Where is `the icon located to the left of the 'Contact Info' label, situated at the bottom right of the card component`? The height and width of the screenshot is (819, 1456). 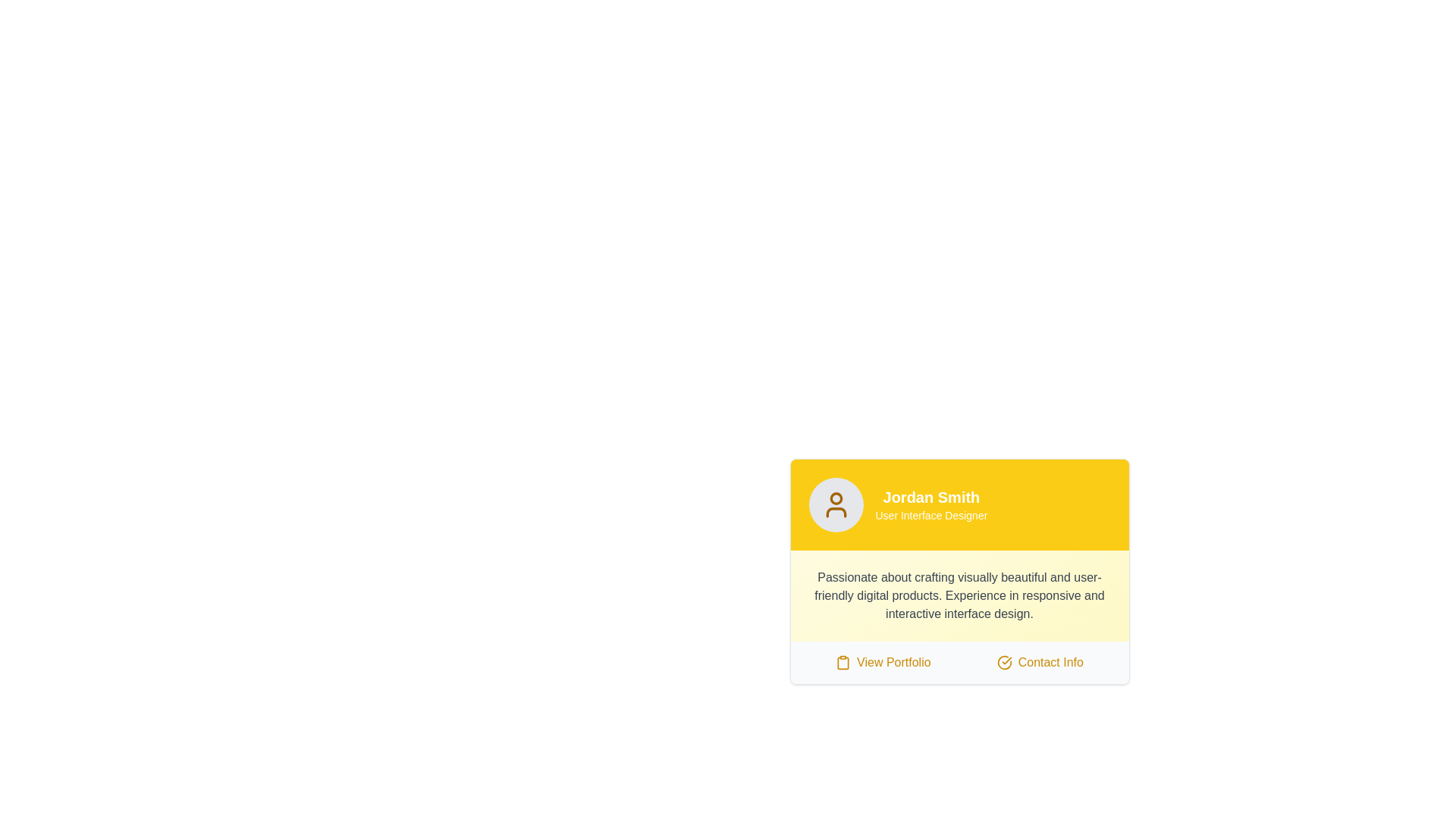 the icon located to the left of the 'Contact Info' label, situated at the bottom right of the card component is located at coordinates (1004, 662).